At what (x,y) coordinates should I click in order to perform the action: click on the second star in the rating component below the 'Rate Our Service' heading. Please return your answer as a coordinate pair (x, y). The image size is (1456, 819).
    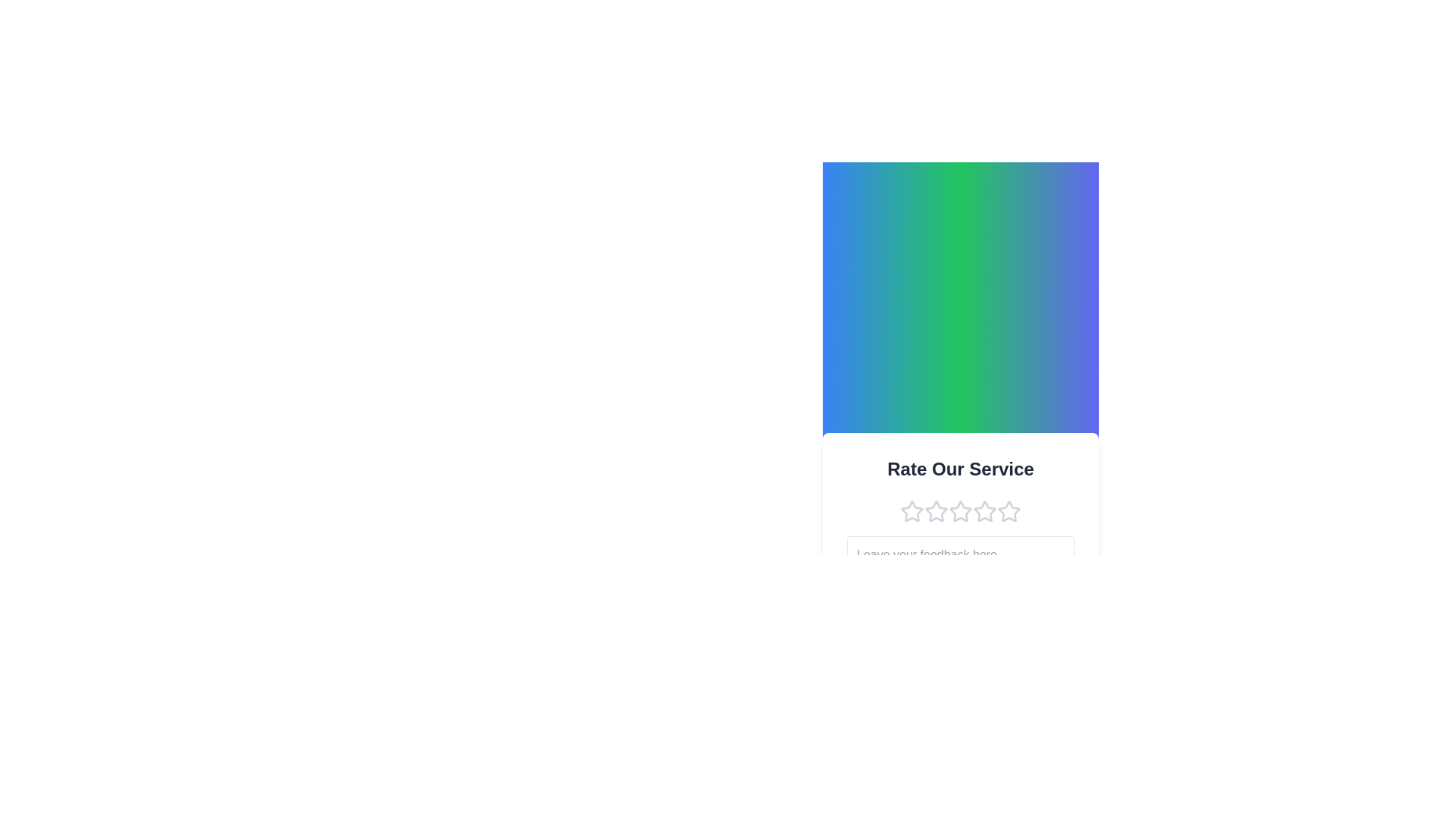
    Looking at the image, I should click on (960, 510).